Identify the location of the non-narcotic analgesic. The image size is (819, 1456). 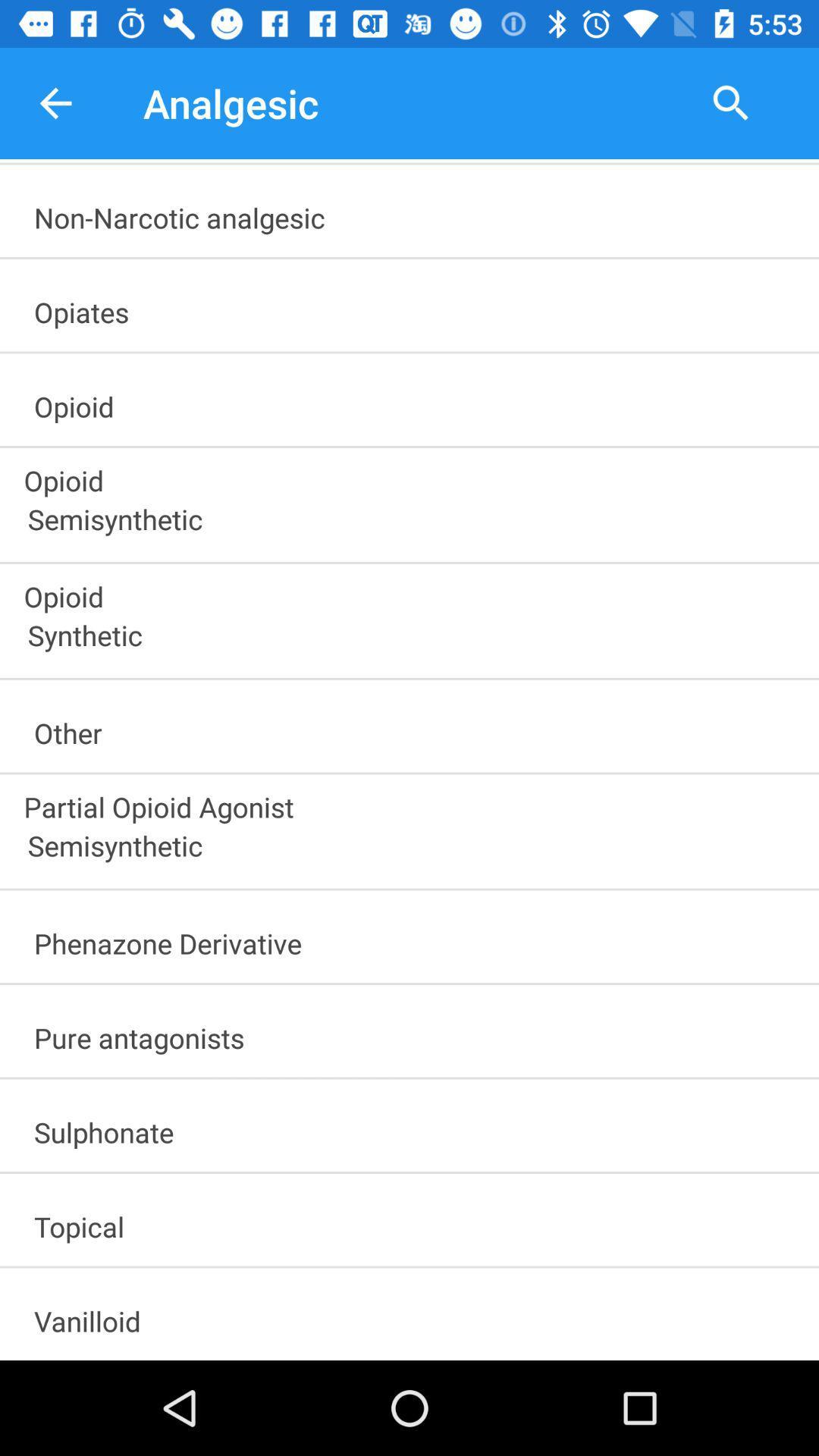
(416, 212).